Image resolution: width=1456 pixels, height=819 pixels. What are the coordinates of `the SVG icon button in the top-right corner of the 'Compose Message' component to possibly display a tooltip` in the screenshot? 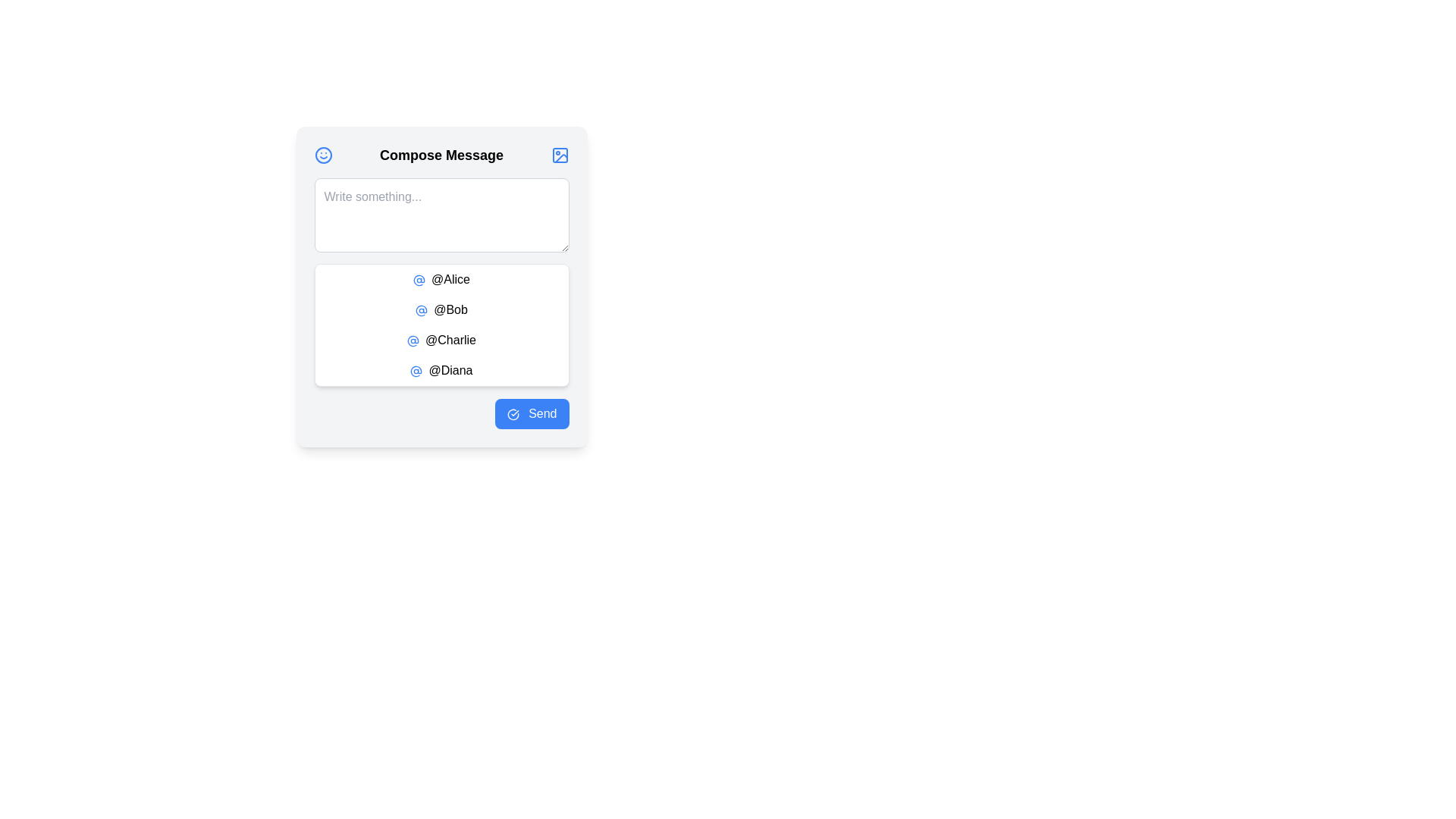 It's located at (559, 155).